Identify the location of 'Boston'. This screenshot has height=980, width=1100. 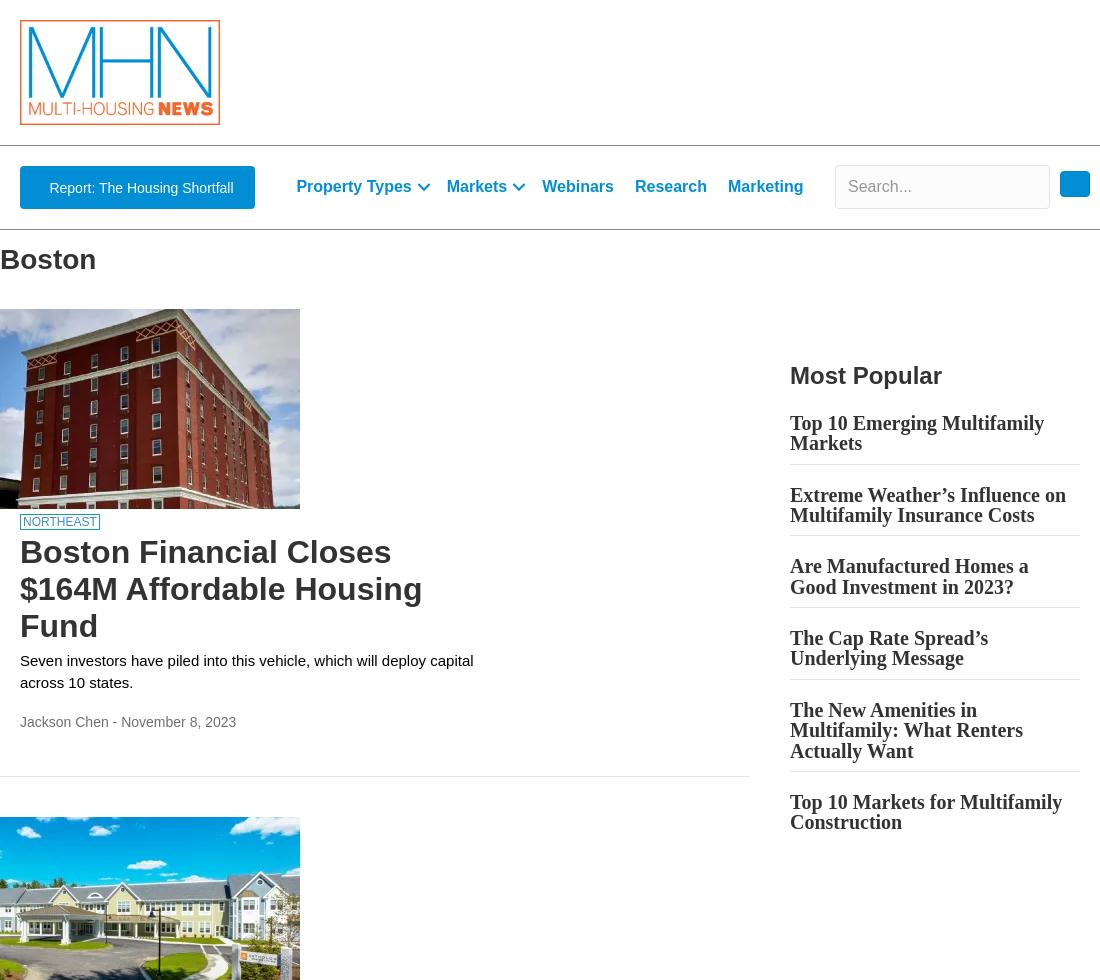
(46, 258).